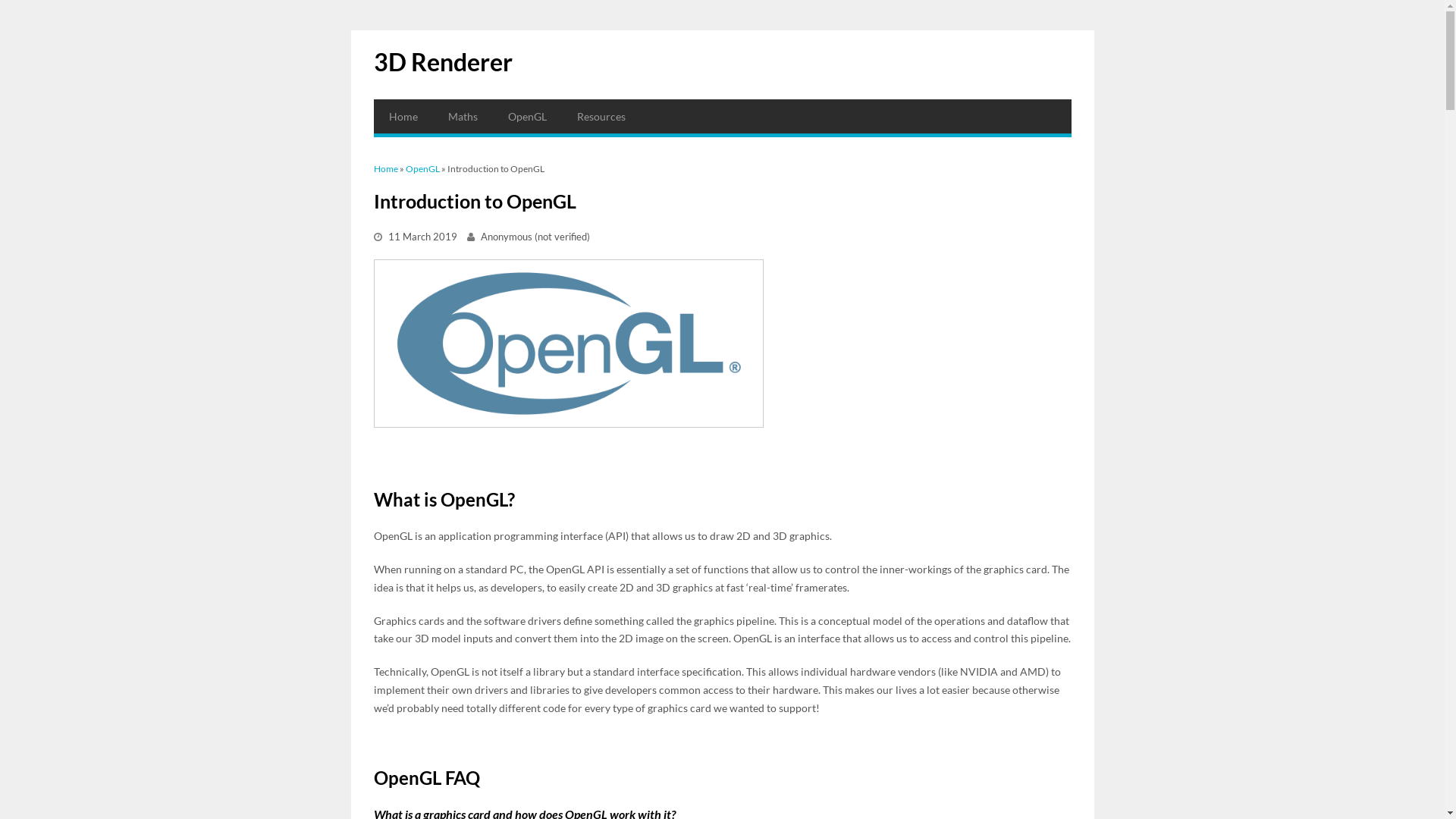  I want to click on 'Resources', so click(600, 115).